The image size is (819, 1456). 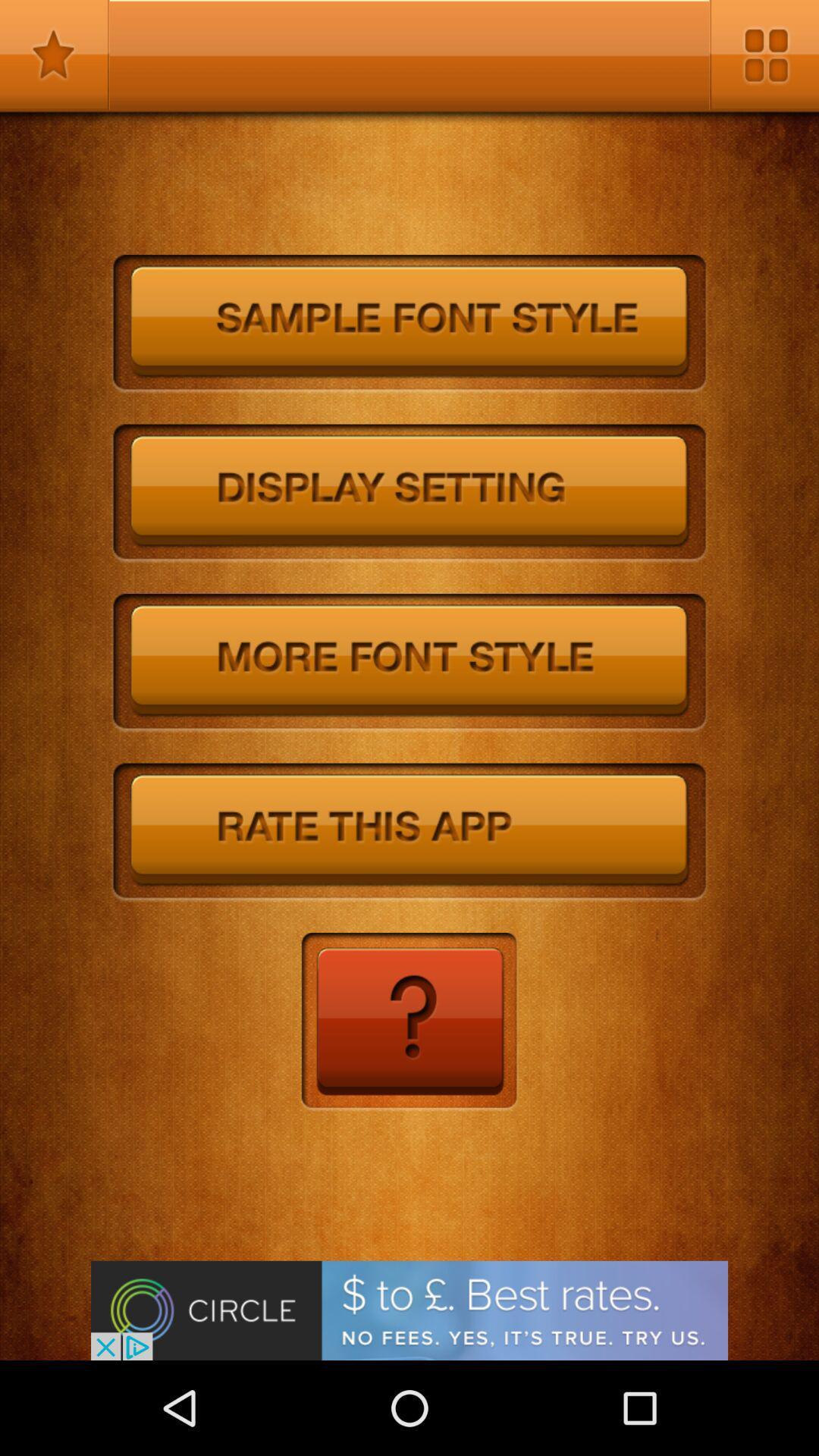 I want to click on screen to rate app, so click(x=409, y=832).